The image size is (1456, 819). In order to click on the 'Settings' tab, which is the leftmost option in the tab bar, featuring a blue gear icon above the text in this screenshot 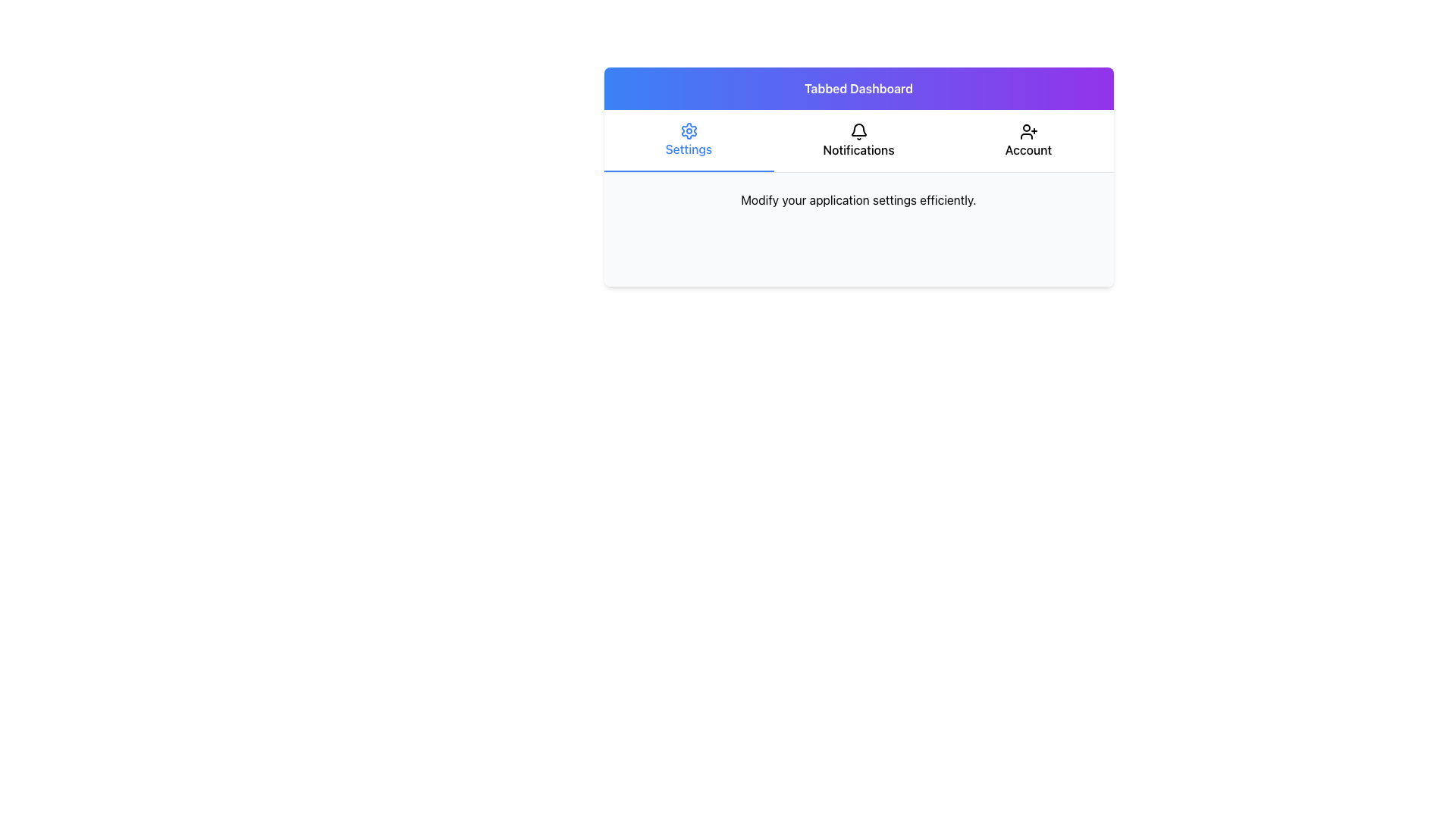, I will do `click(688, 140)`.